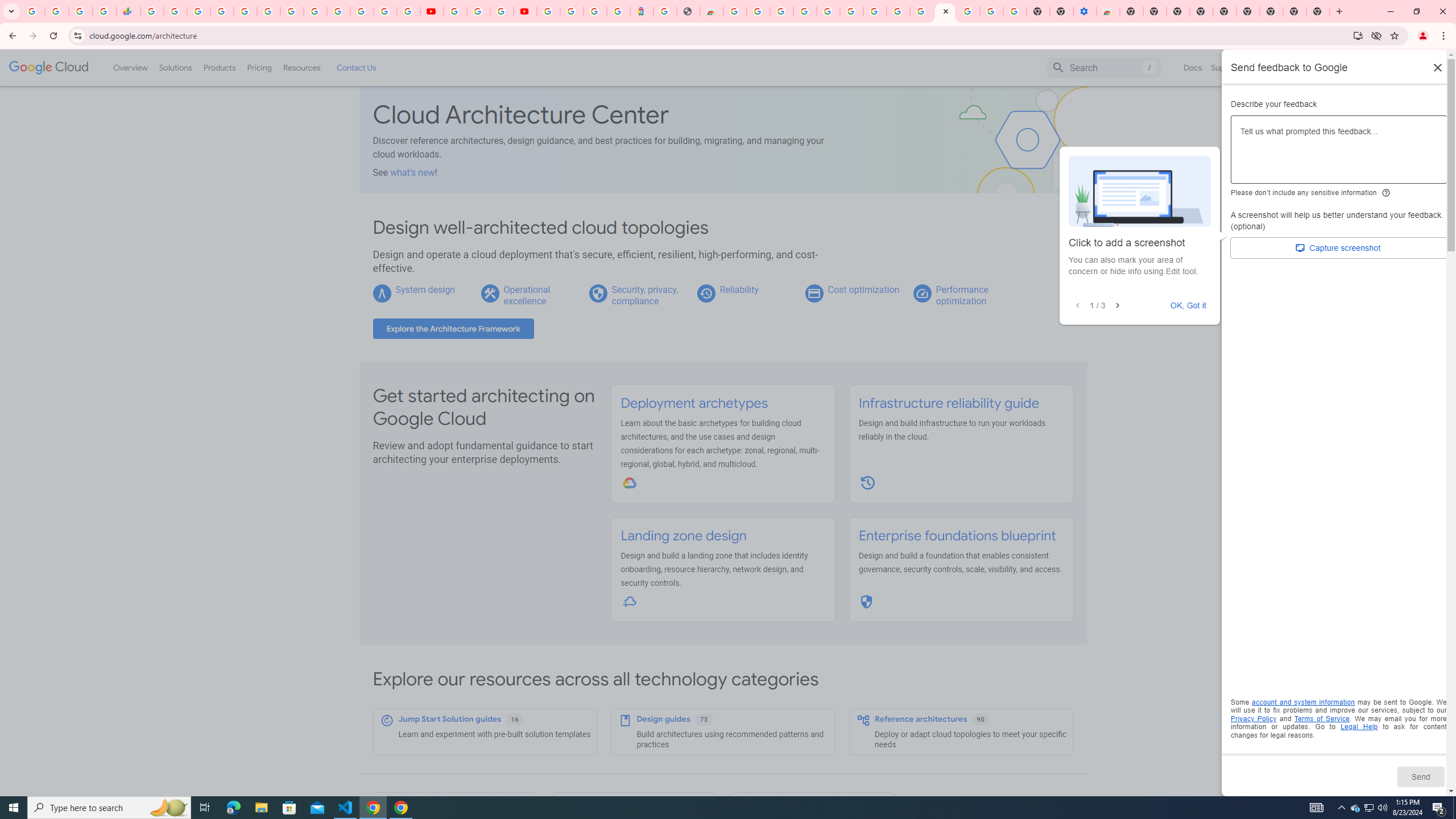 The width and height of the screenshot is (1456, 819). I want to click on 'Google Account Help', so click(477, 11).